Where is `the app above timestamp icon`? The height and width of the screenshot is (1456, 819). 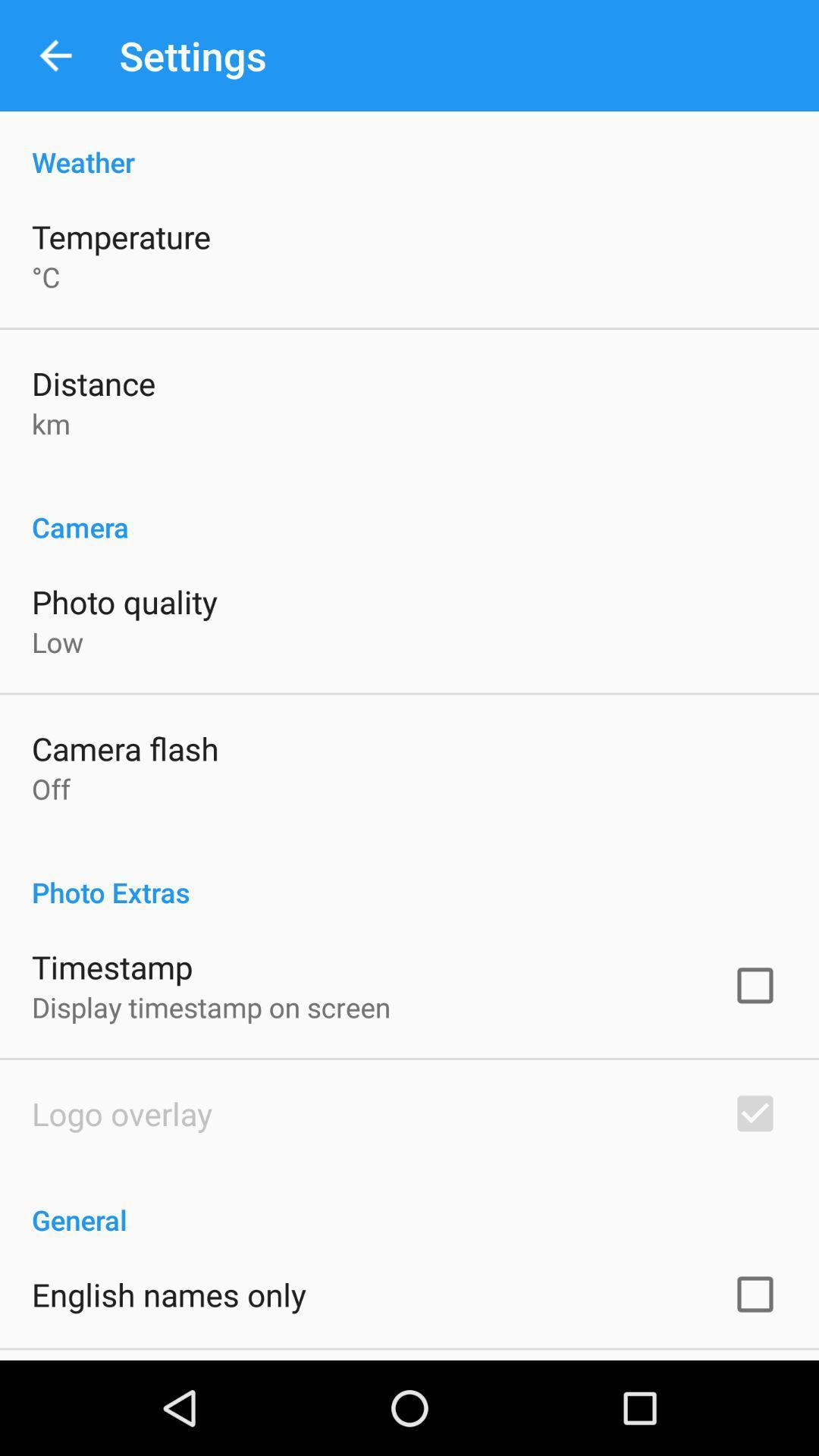 the app above timestamp icon is located at coordinates (409, 876).